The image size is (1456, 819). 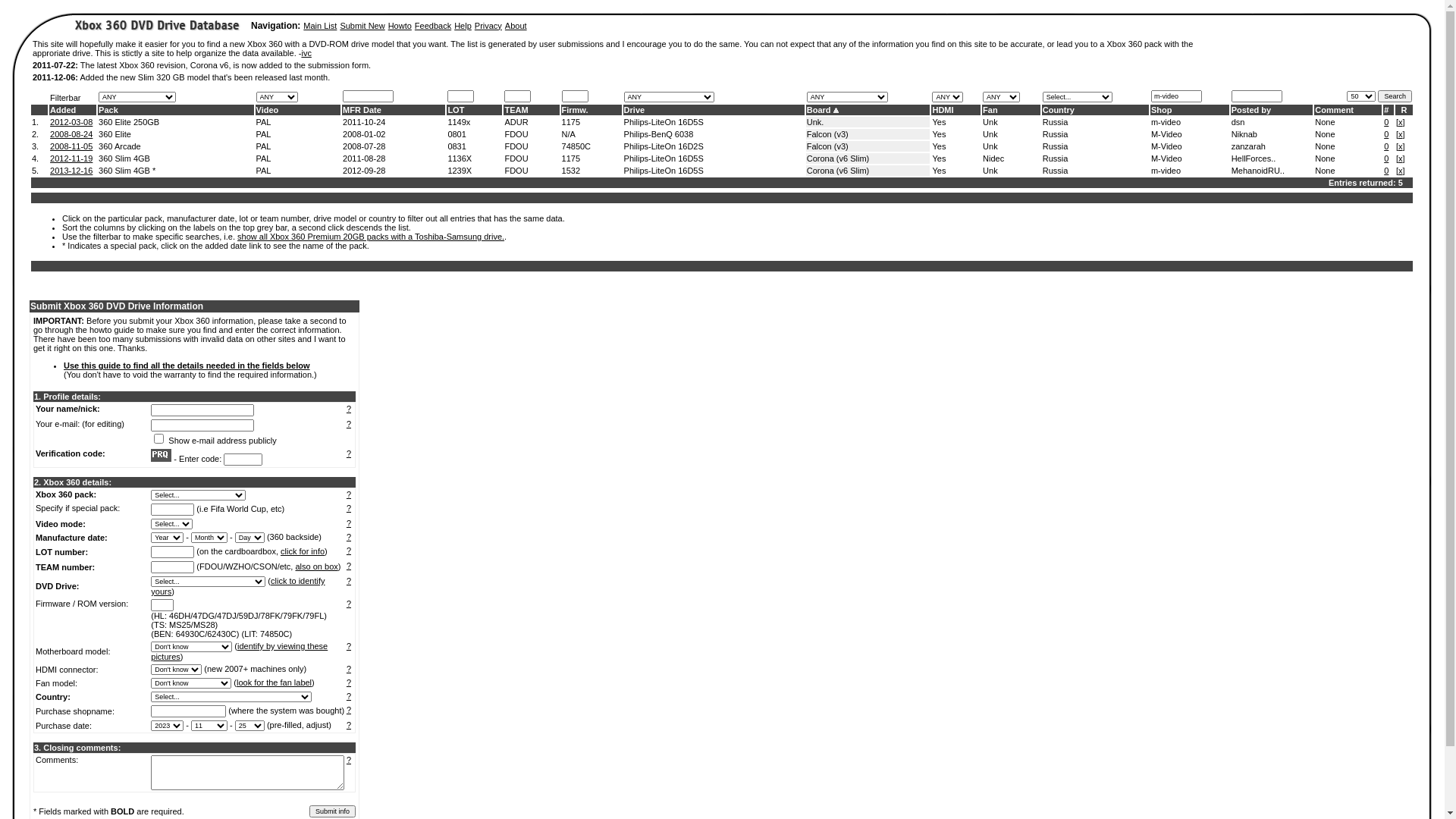 I want to click on '2008-07-28', so click(x=364, y=146).